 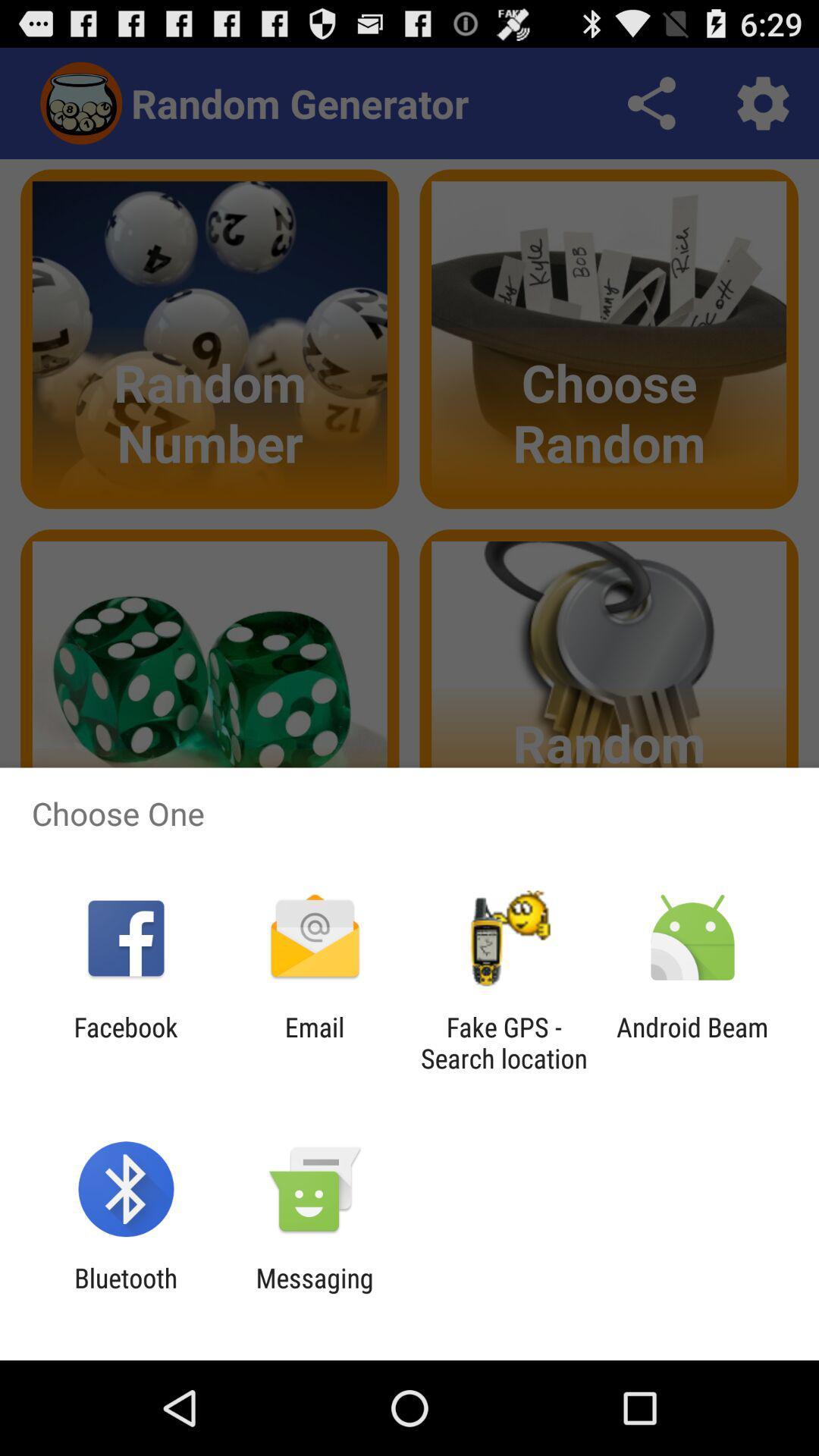 I want to click on the app to the left of the messaging item, so click(x=125, y=1293).